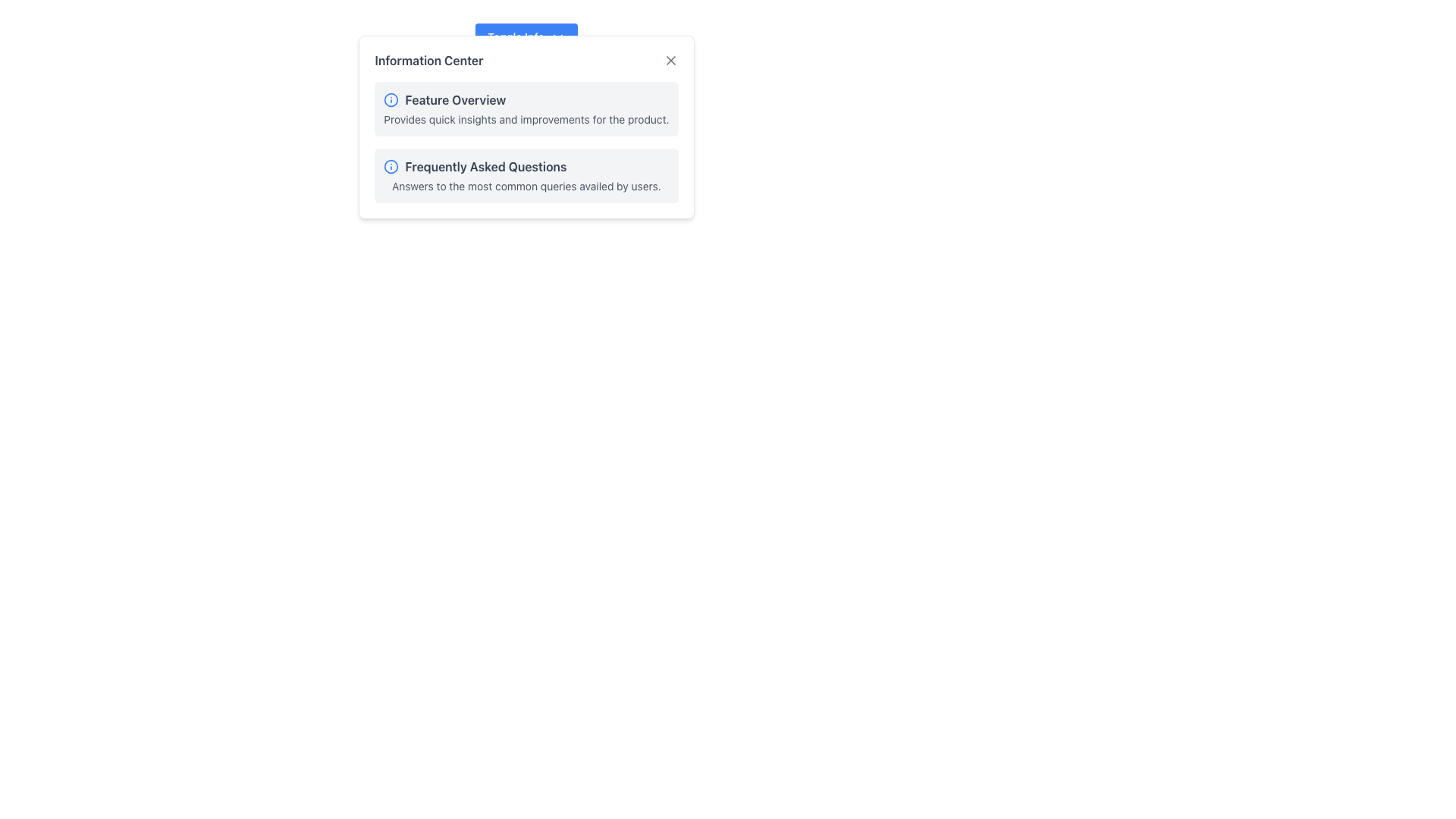 The height and width of the screenshot is (819, 1456). Describe the element at coordinates (391, 166) in the screenshot. I see `the decorative circular graphic component within the 'Information Center' modal, located adjacent to the 'Feature Overview' text` at that location.